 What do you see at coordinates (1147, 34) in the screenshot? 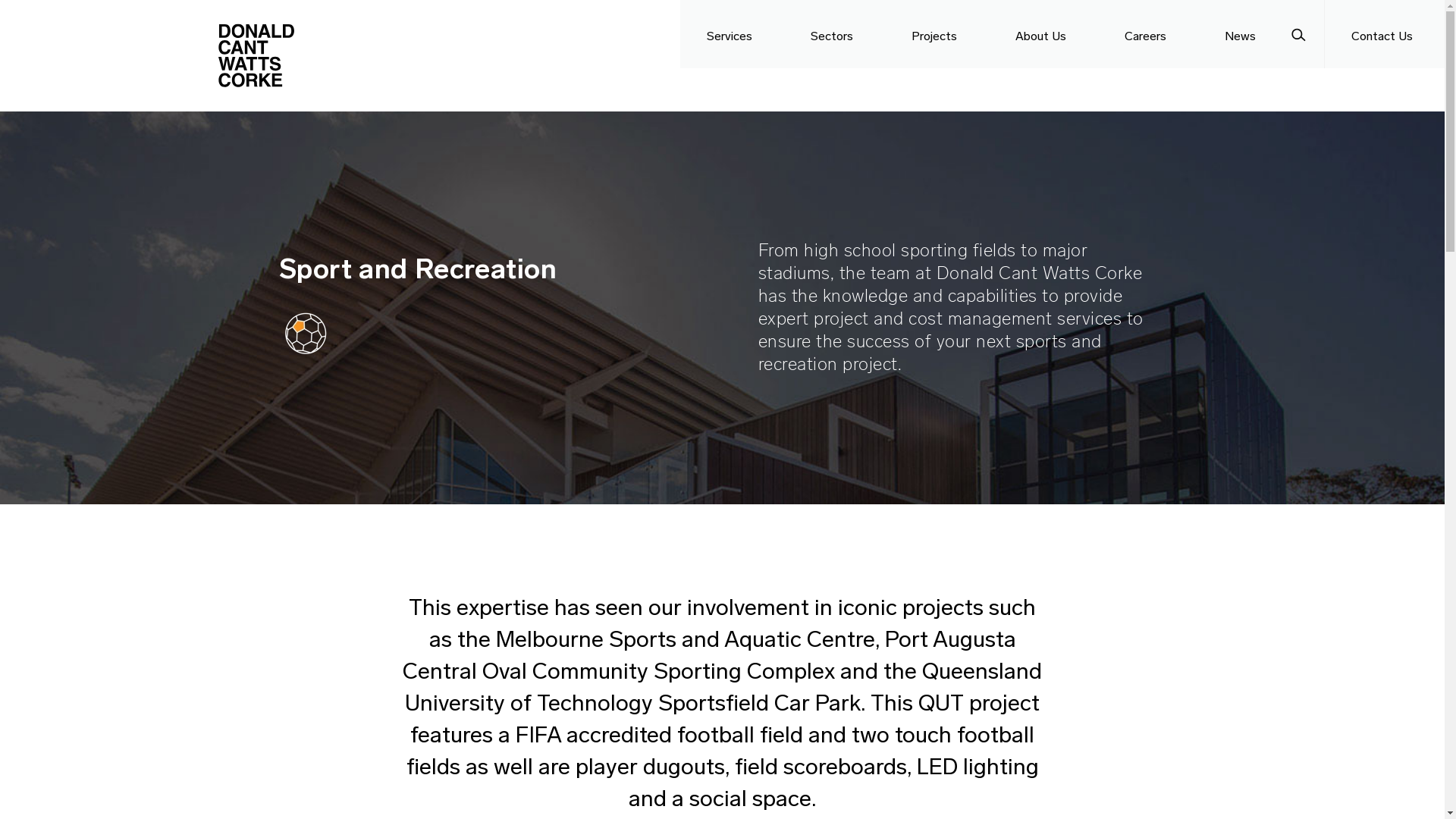
I see `'Careers'` at bounding box center [1147, 34].